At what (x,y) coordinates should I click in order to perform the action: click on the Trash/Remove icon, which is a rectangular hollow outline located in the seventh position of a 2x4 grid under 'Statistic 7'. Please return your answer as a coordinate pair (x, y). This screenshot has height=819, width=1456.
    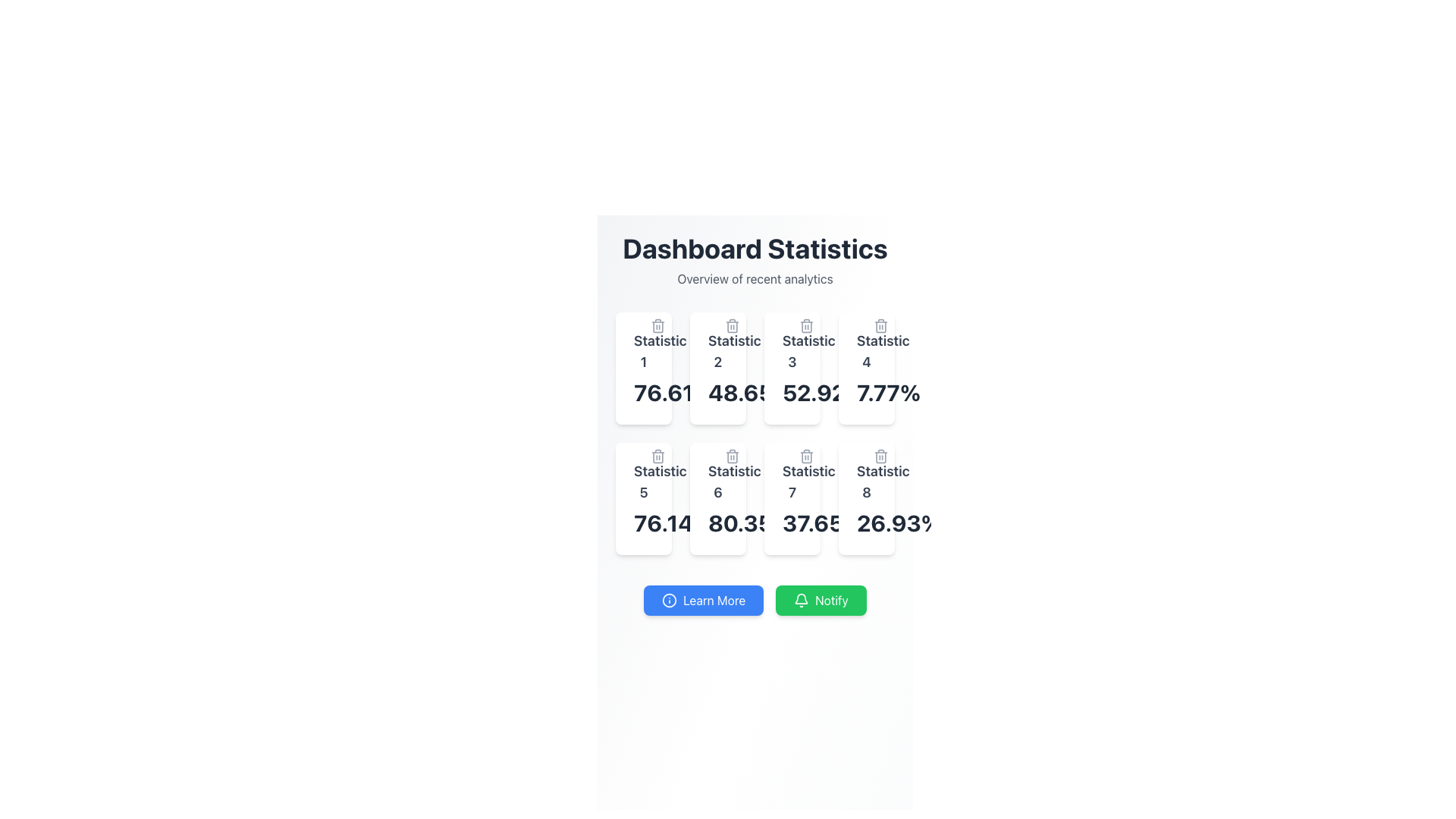
    Looking at the image, I should click on (806, 456).